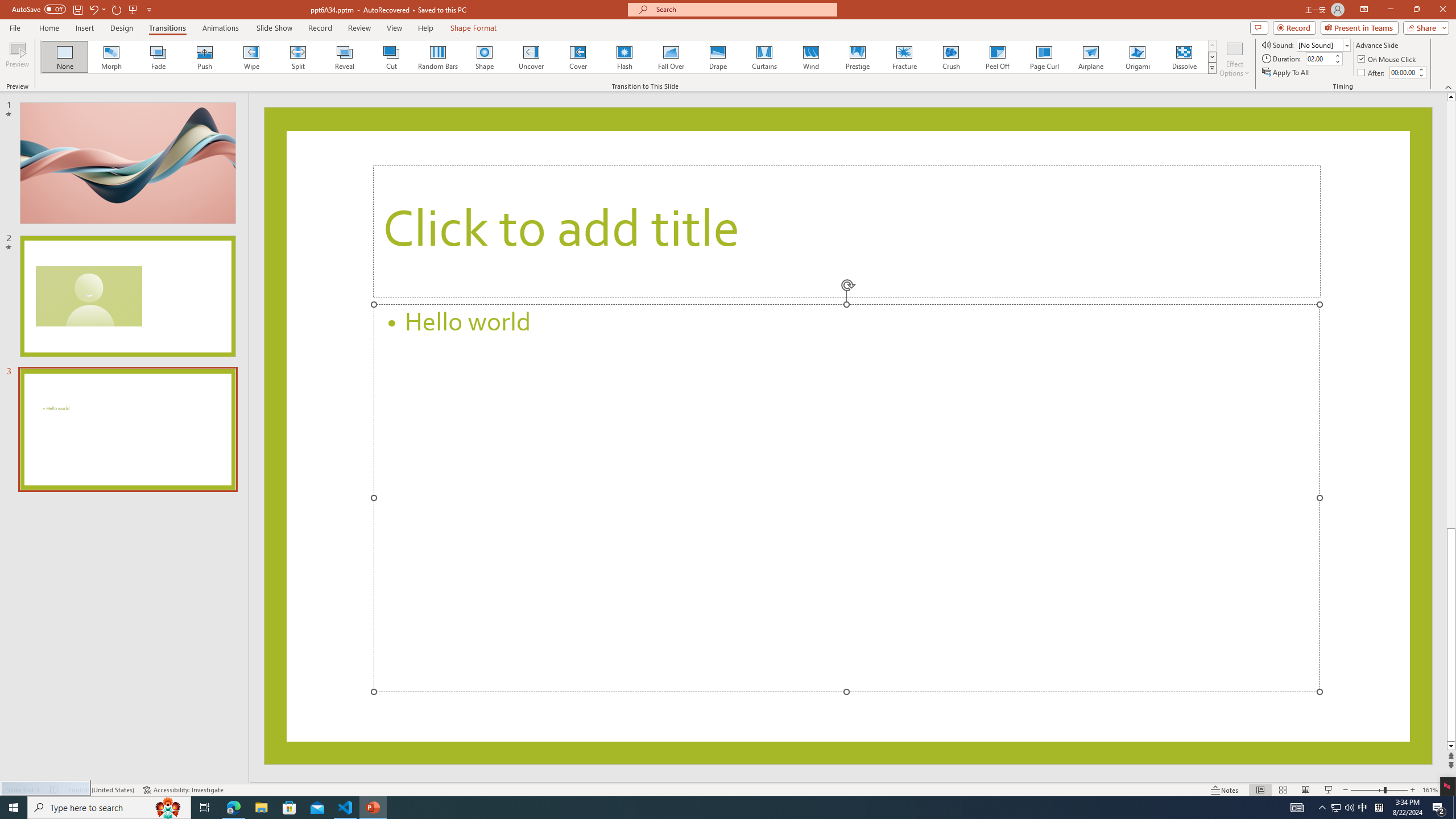 This screenshot has height=819, width=1456. Describe the element at coordinates (297, 56) in the screenshot. I see `'Split'` at that location.